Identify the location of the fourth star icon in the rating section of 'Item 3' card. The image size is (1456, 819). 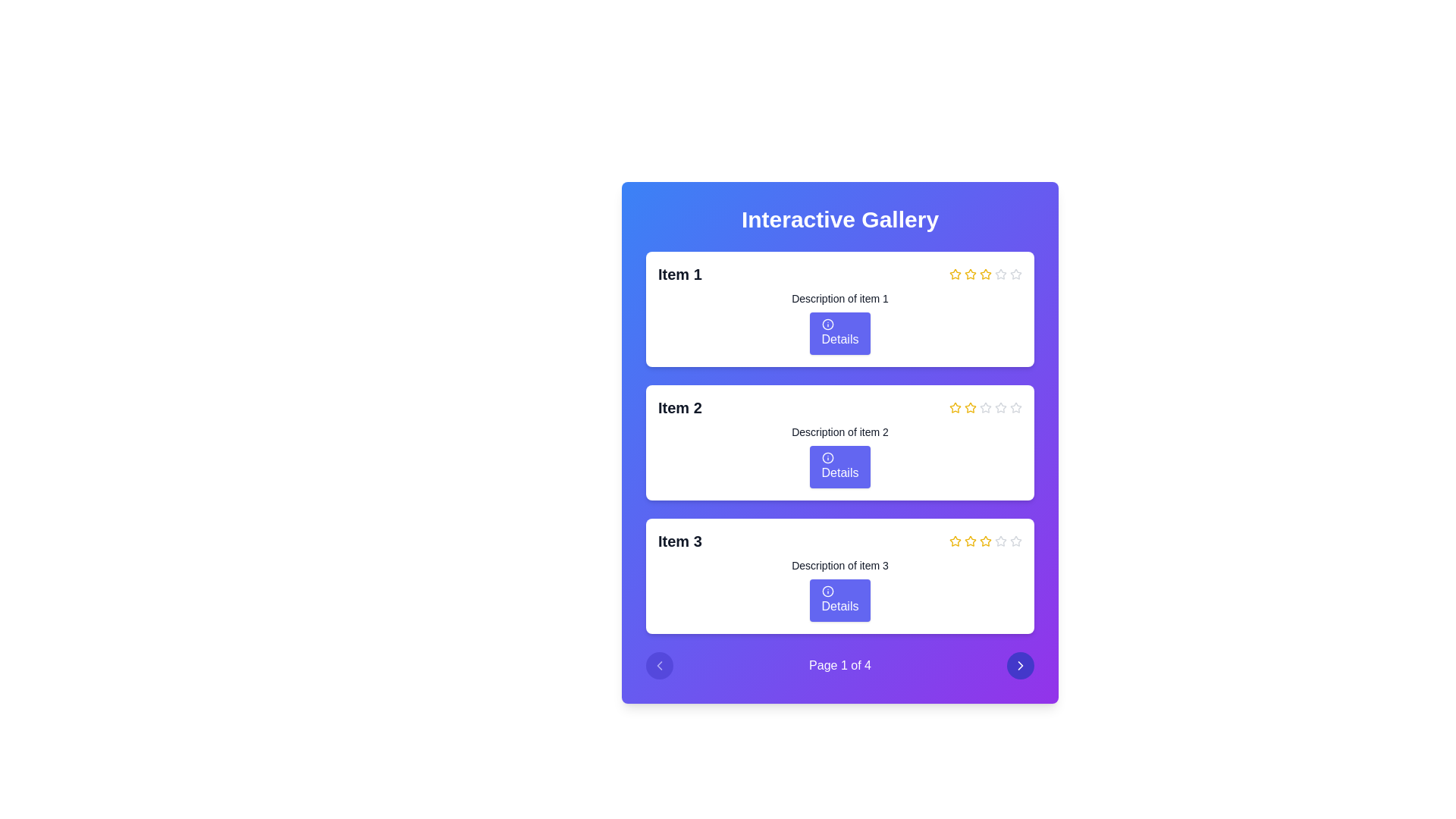
(986, 540).